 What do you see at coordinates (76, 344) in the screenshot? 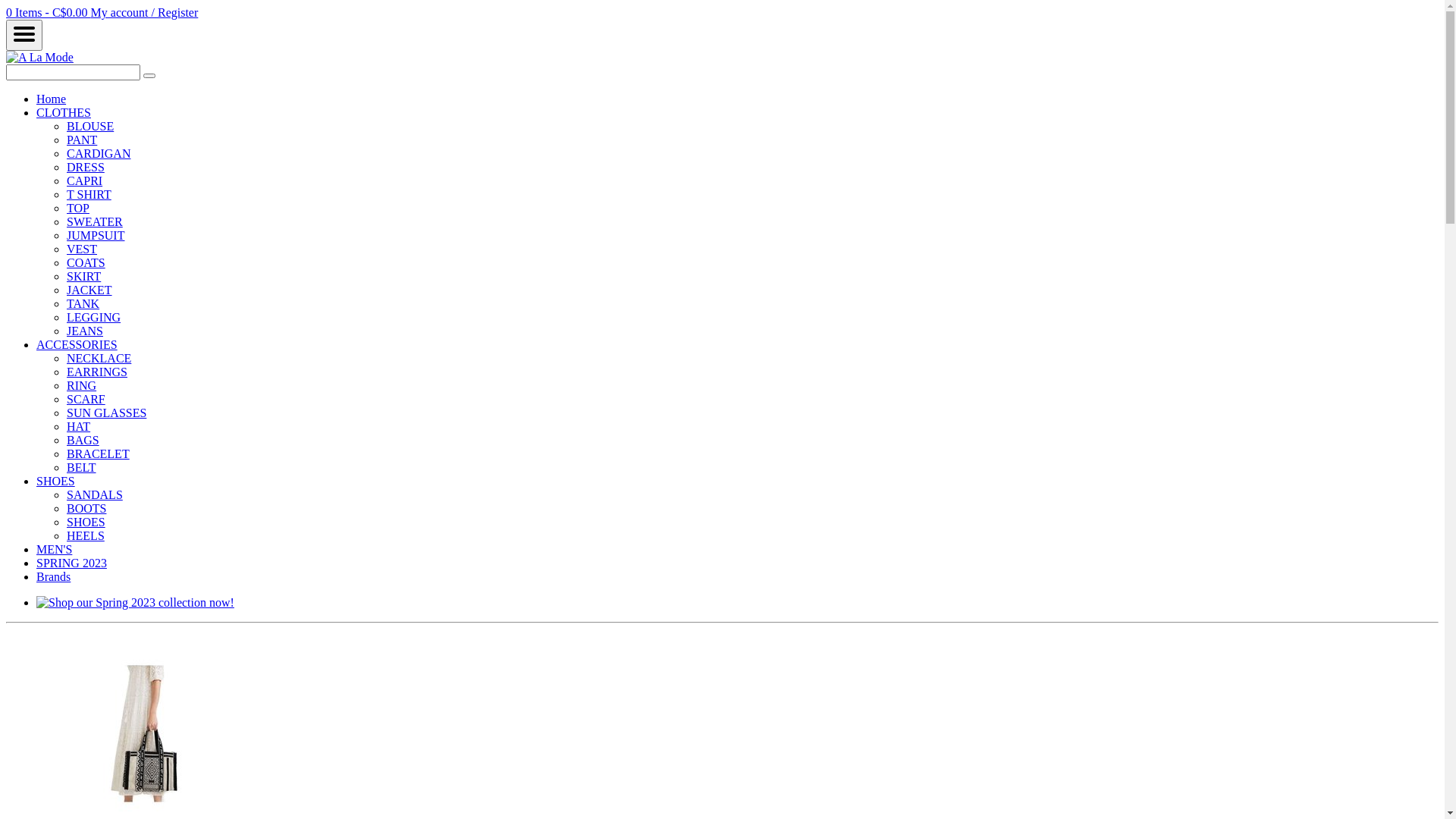
I see `'ACCESSORIES'` at bounding box center [76, 344].